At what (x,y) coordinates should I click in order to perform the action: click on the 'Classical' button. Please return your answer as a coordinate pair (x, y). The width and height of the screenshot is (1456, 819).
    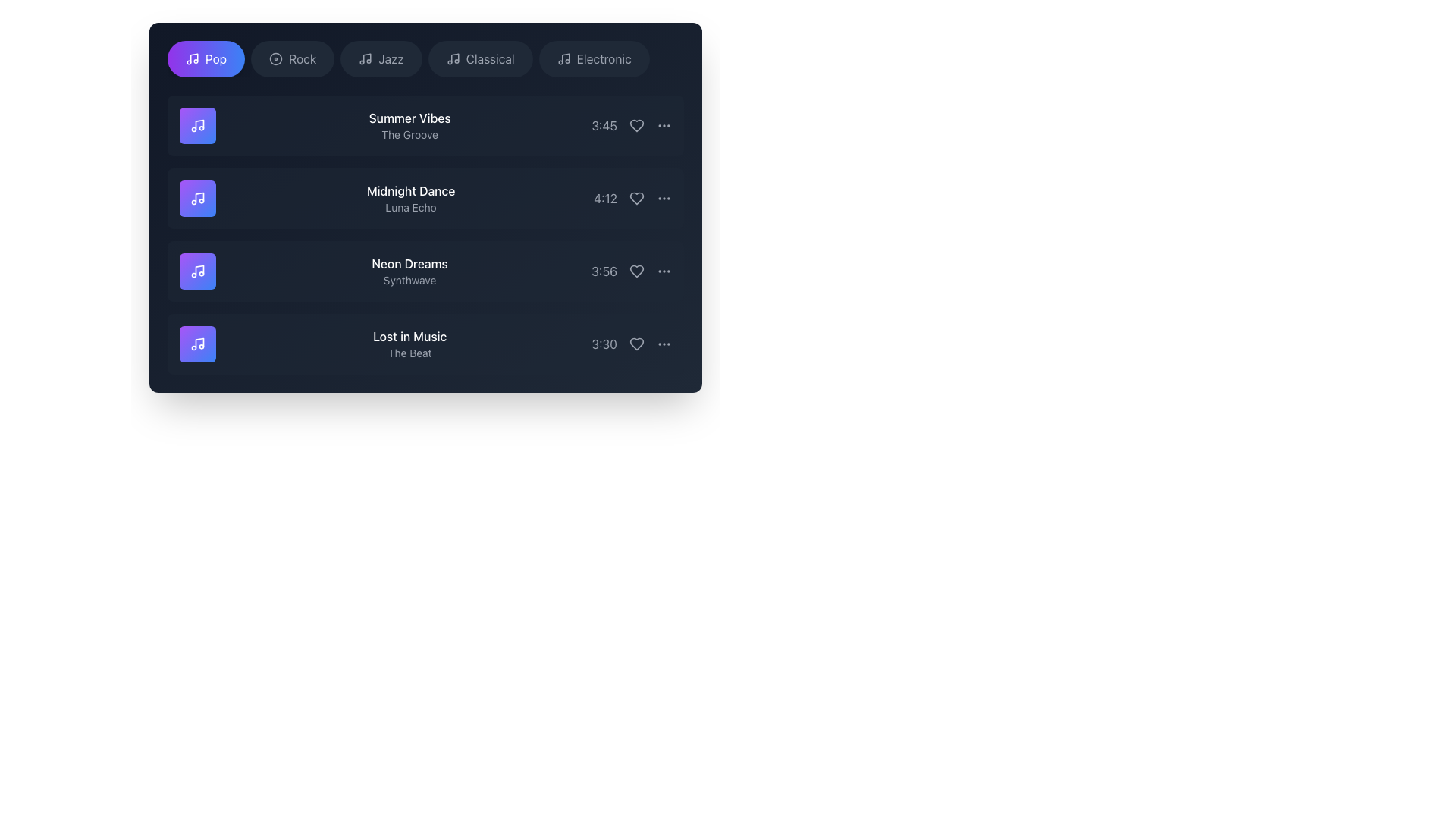
    Looking at the image, I should click on (452, 58).